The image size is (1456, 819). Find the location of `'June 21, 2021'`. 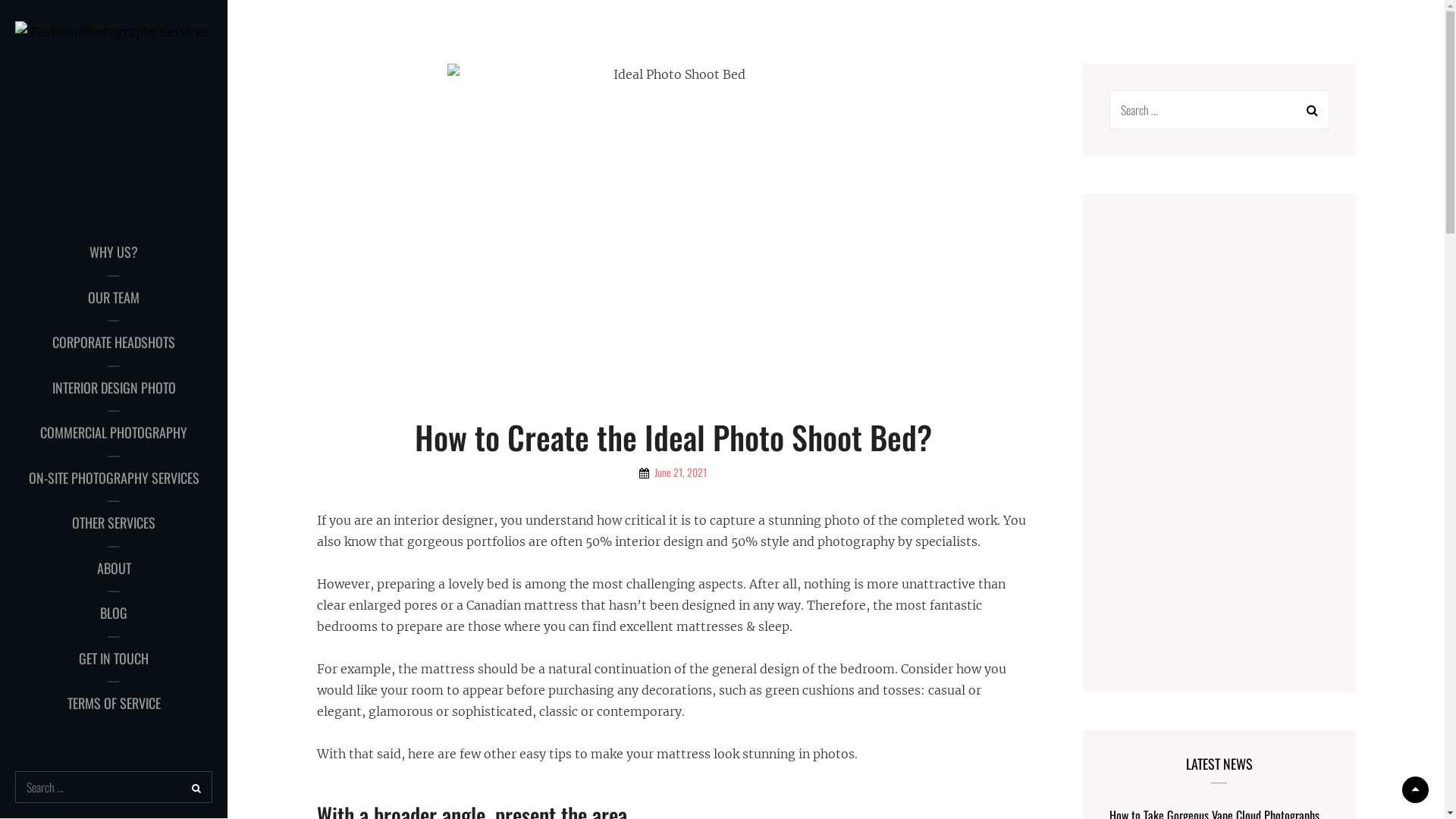

'June 21, 2021' is located at coordinates (672, 471).